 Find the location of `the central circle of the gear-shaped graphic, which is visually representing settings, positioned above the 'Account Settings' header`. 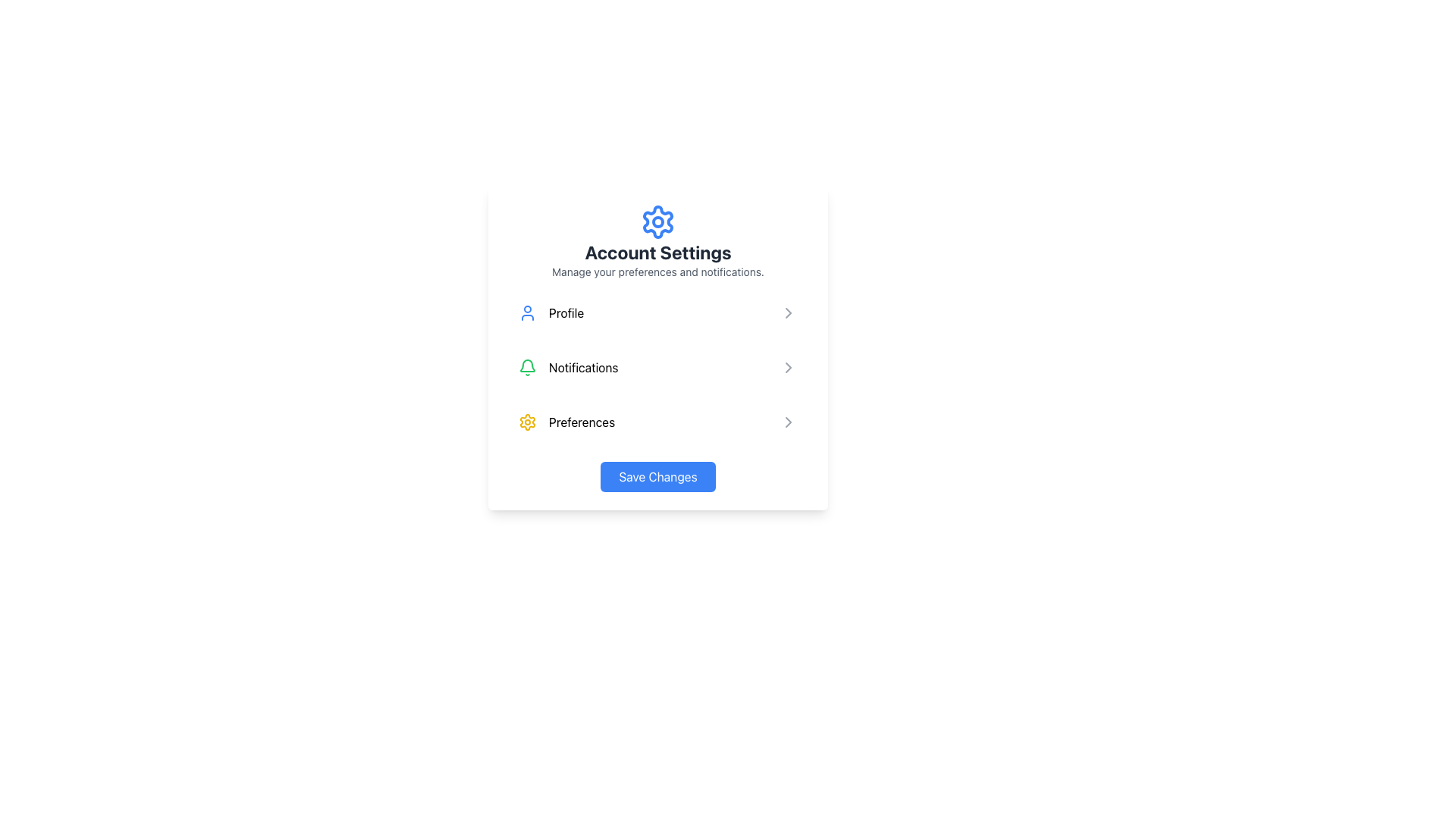

the central circle of the gear-shaped graphic, which is visually representing settings, positioned above the 'Account Settings' header is located at coordinates (658, 222).